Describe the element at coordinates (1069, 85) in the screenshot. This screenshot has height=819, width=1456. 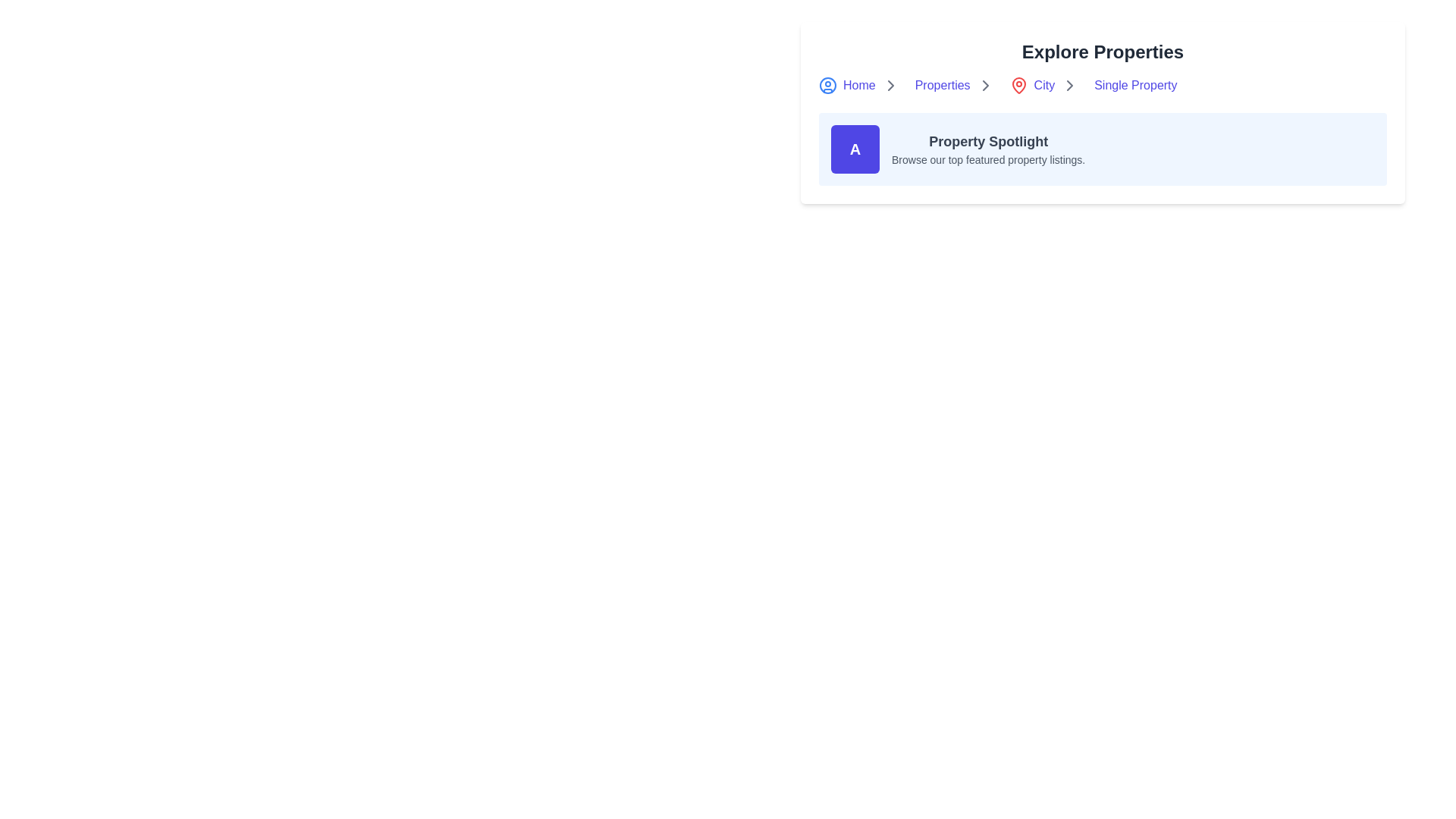
I see `the presence of the visual separator icon in the breadcrumb navigation, positioned between the 'City' link and the 'Single Property' link` at that location.